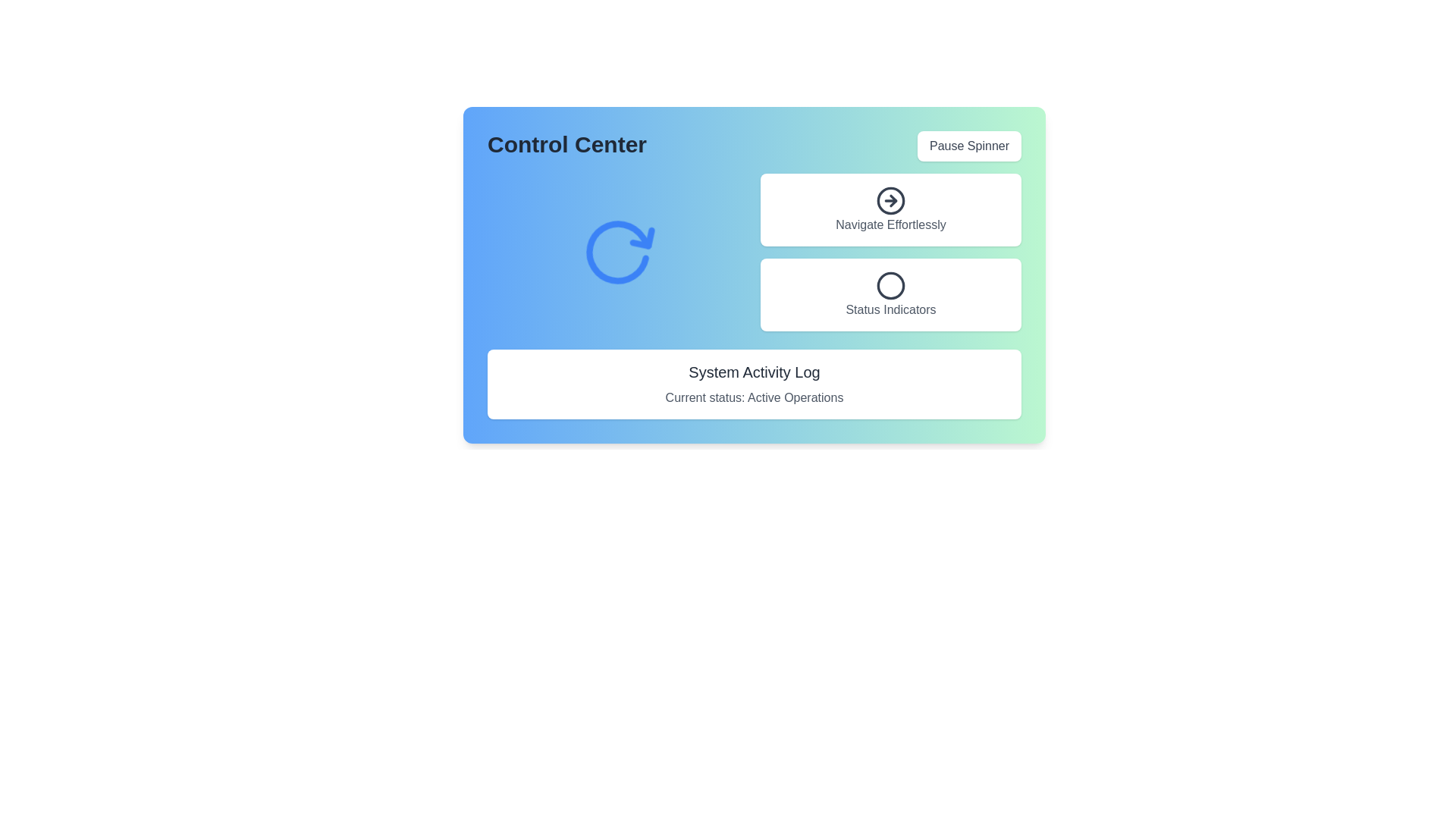 This screenshot has width=1456, height=819. What do you see at coordinates (891, 225) in the screenshot?
I see `text from the label that says 'Navigate Effortlessly', which is styled in gray and positioned centrally within a white background under the navigation icon` at bounding box center [891, 225].